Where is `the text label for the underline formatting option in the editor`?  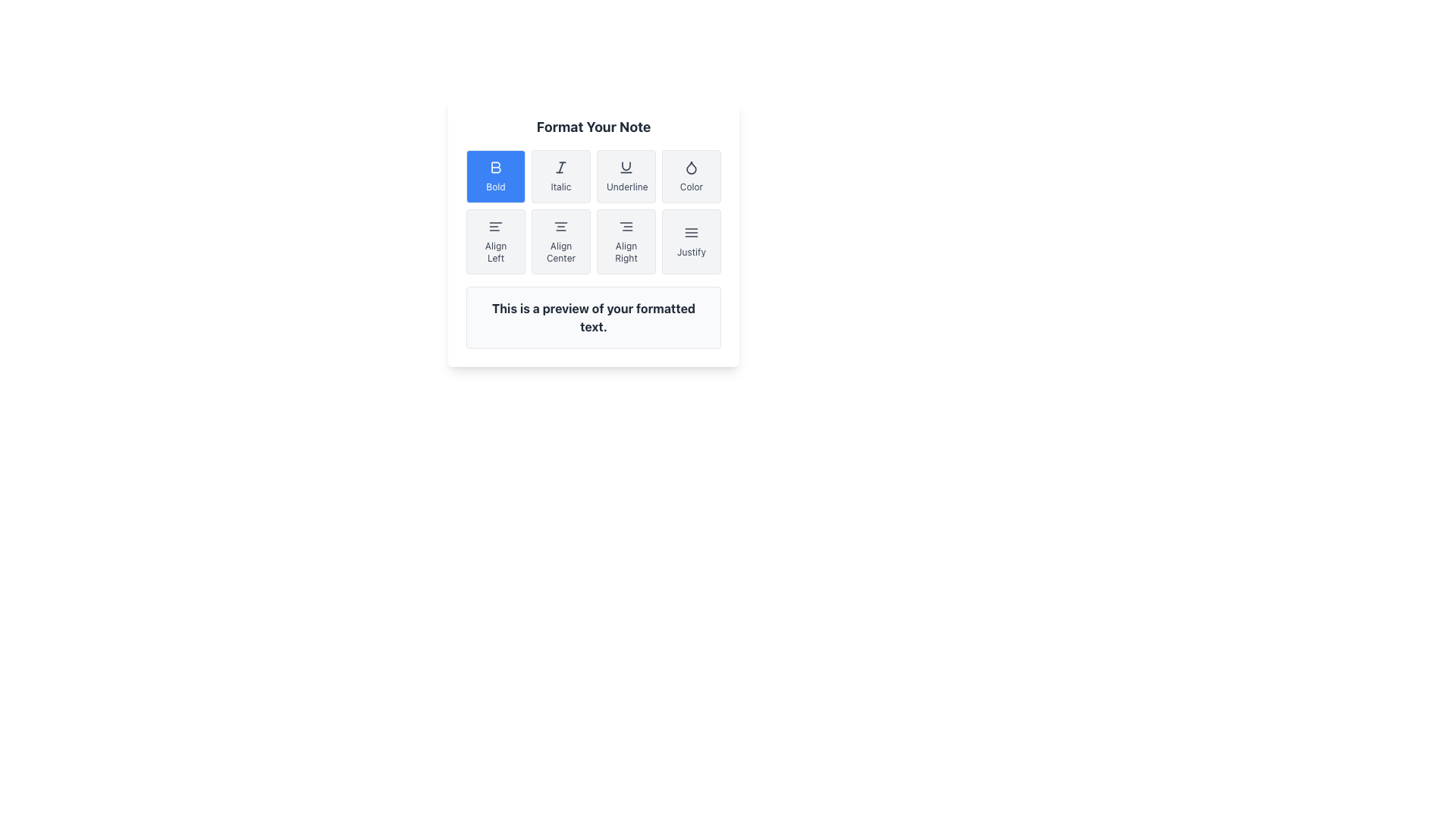 the text label for the underline formatting option in the editor is located at coordinates (626, 186).